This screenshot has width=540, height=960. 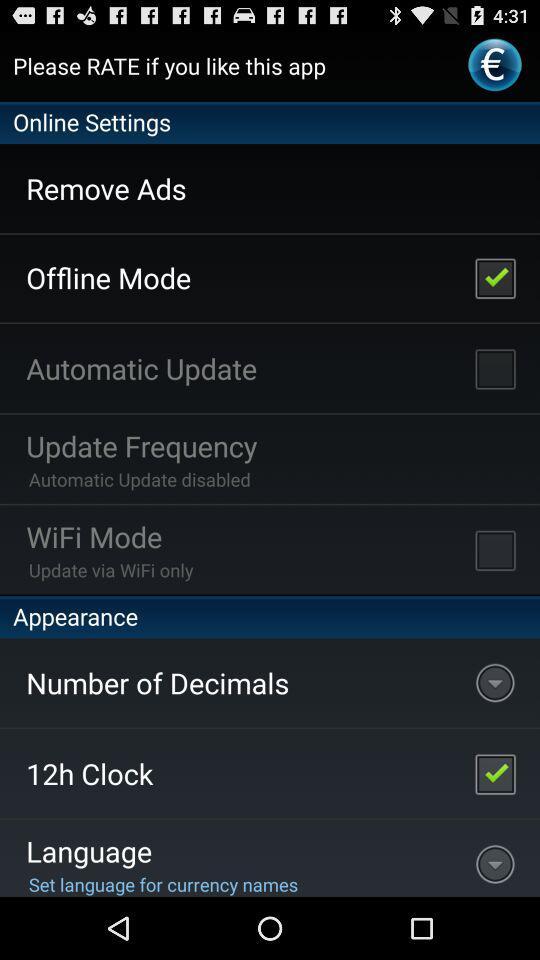 What do you see at coordinates (494, 367) in the screenshot?
I see `the item to the right of the automatic update app` at bounding box center [494, 367].